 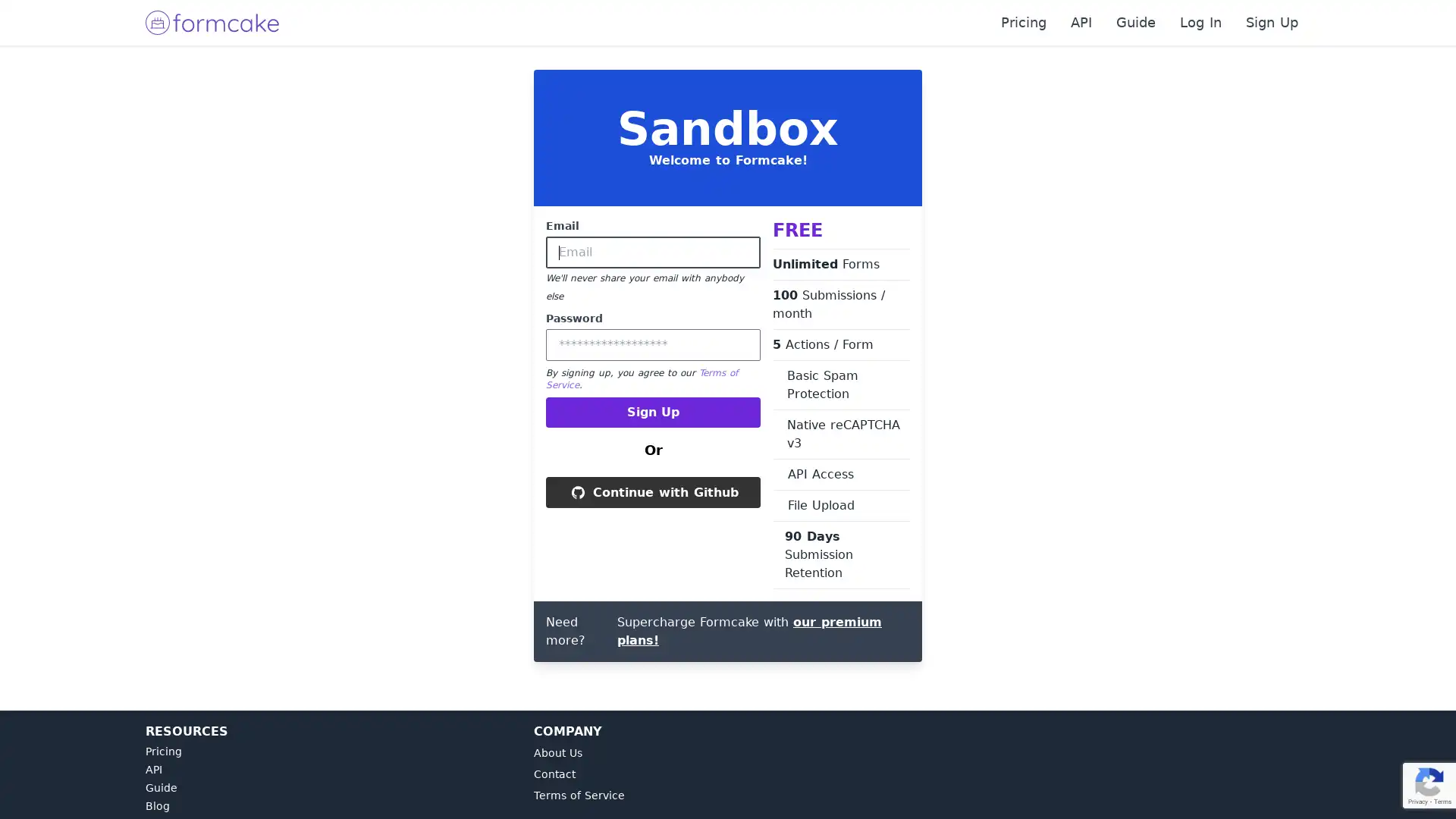 I want to click on Sign Up, so click(x=653, y=412).